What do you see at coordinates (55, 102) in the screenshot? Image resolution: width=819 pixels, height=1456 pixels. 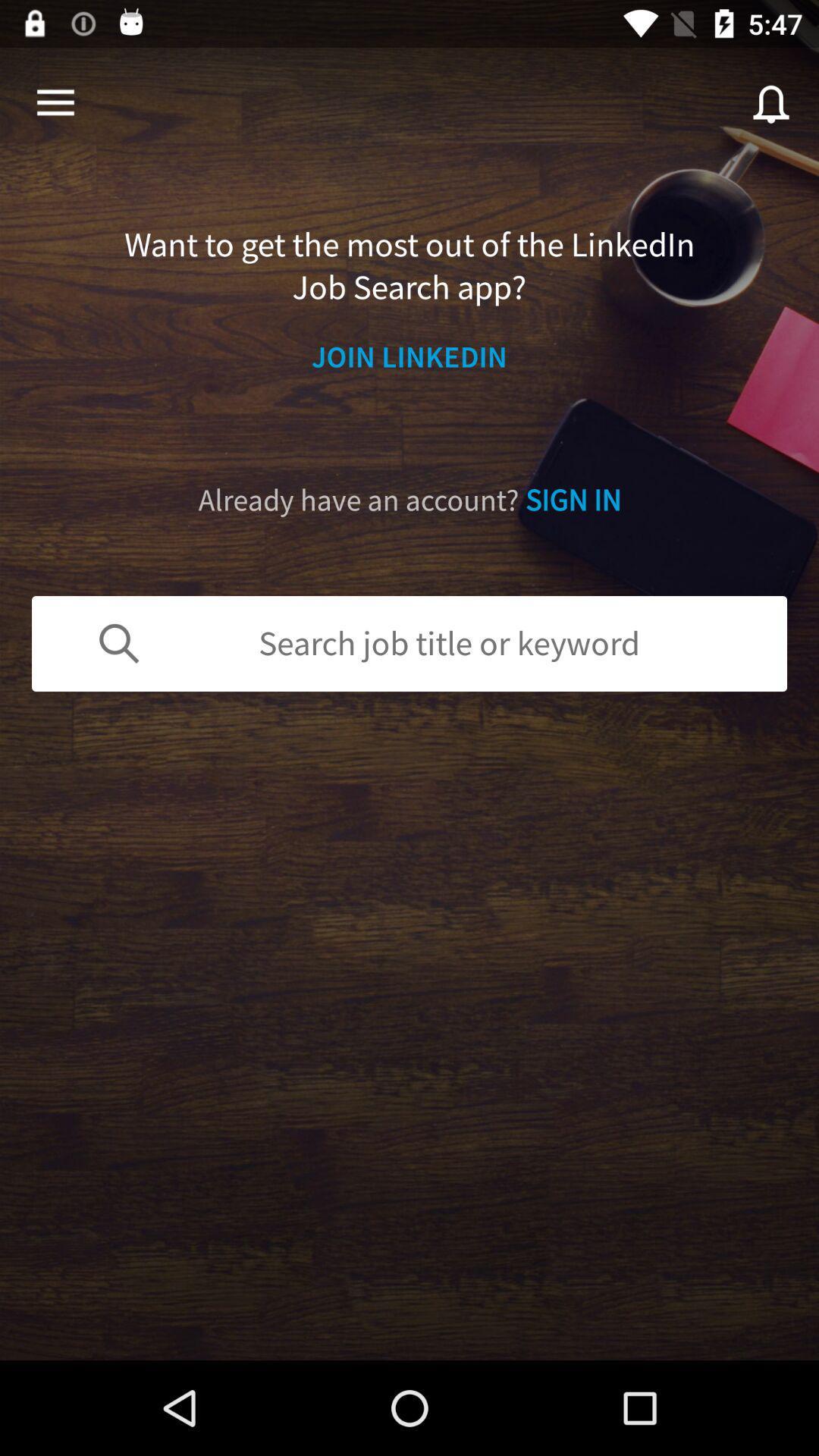 I see `item above want to get icon` at bounding box center [55, 102].